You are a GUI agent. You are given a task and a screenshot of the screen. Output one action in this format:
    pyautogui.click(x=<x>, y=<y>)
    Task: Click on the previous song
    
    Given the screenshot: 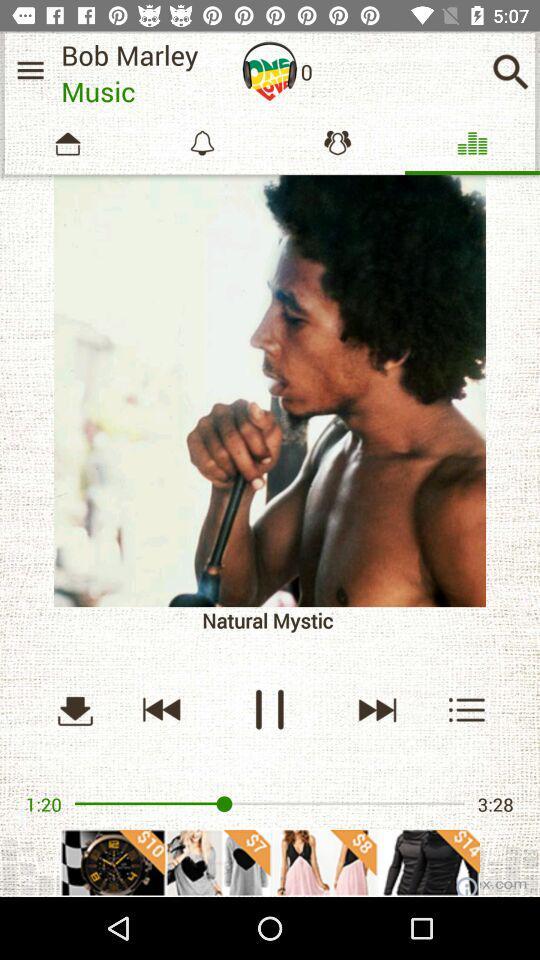 What is the action you would take?
    pyautogui.click(x=161, y=709)
    